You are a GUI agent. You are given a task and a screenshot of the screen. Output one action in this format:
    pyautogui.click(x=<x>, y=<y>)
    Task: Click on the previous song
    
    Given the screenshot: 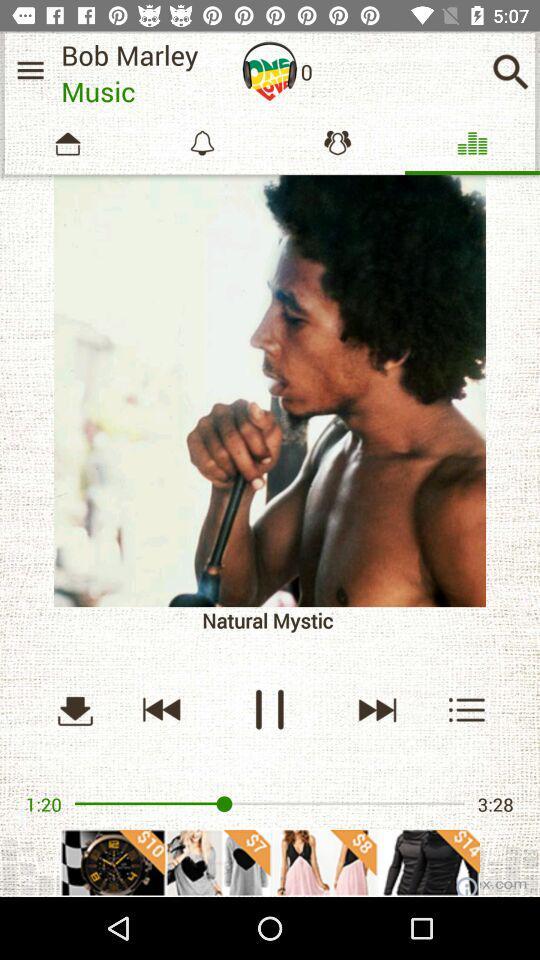 What is the action you would take?
    pyautogui.click(x=161, y=709)
    